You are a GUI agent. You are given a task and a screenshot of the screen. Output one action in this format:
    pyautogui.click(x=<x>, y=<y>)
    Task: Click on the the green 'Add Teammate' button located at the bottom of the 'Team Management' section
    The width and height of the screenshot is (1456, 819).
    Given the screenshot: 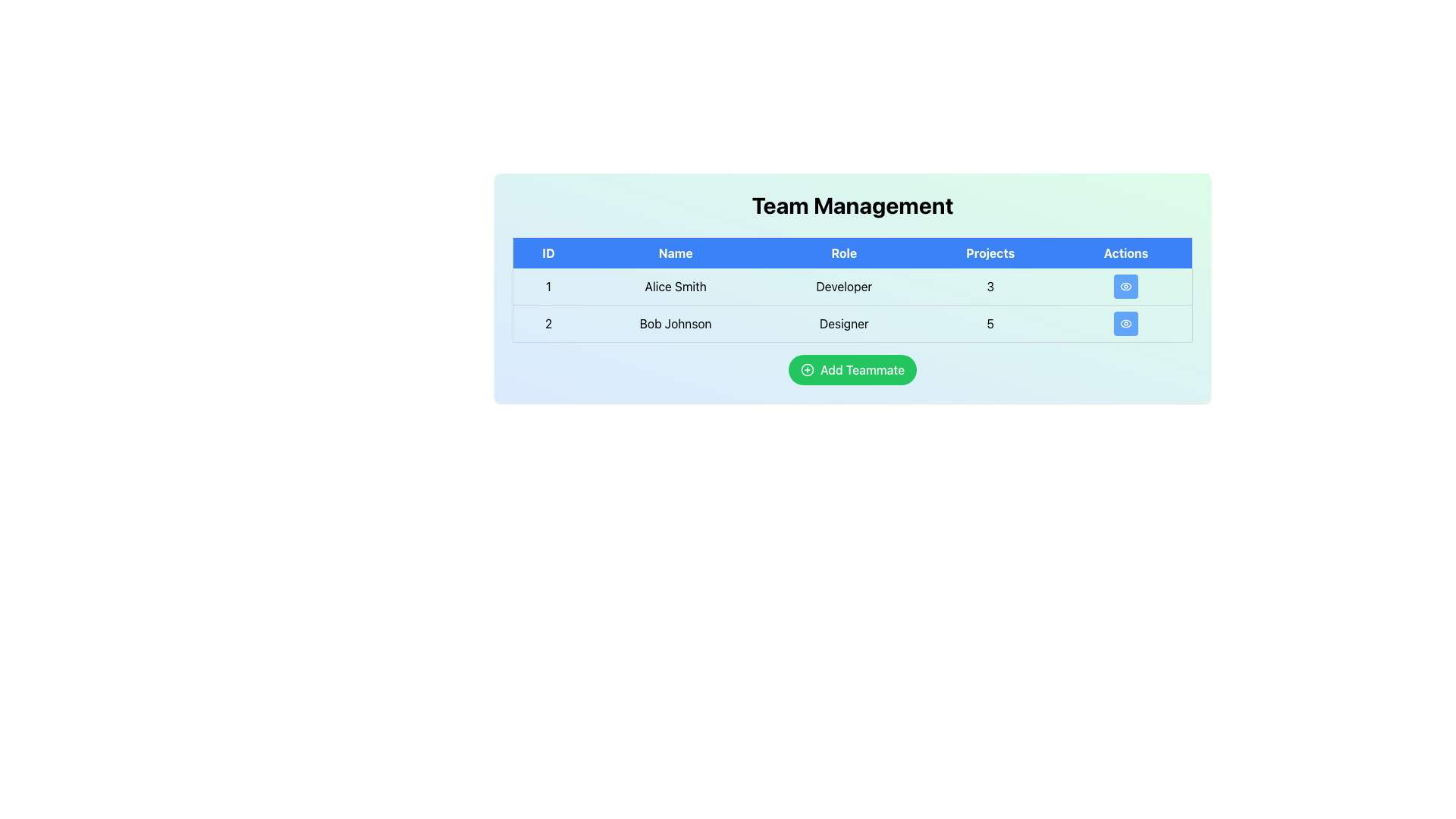 What is the action you would take?
    pyautogui.click(x=852, y=370)
    